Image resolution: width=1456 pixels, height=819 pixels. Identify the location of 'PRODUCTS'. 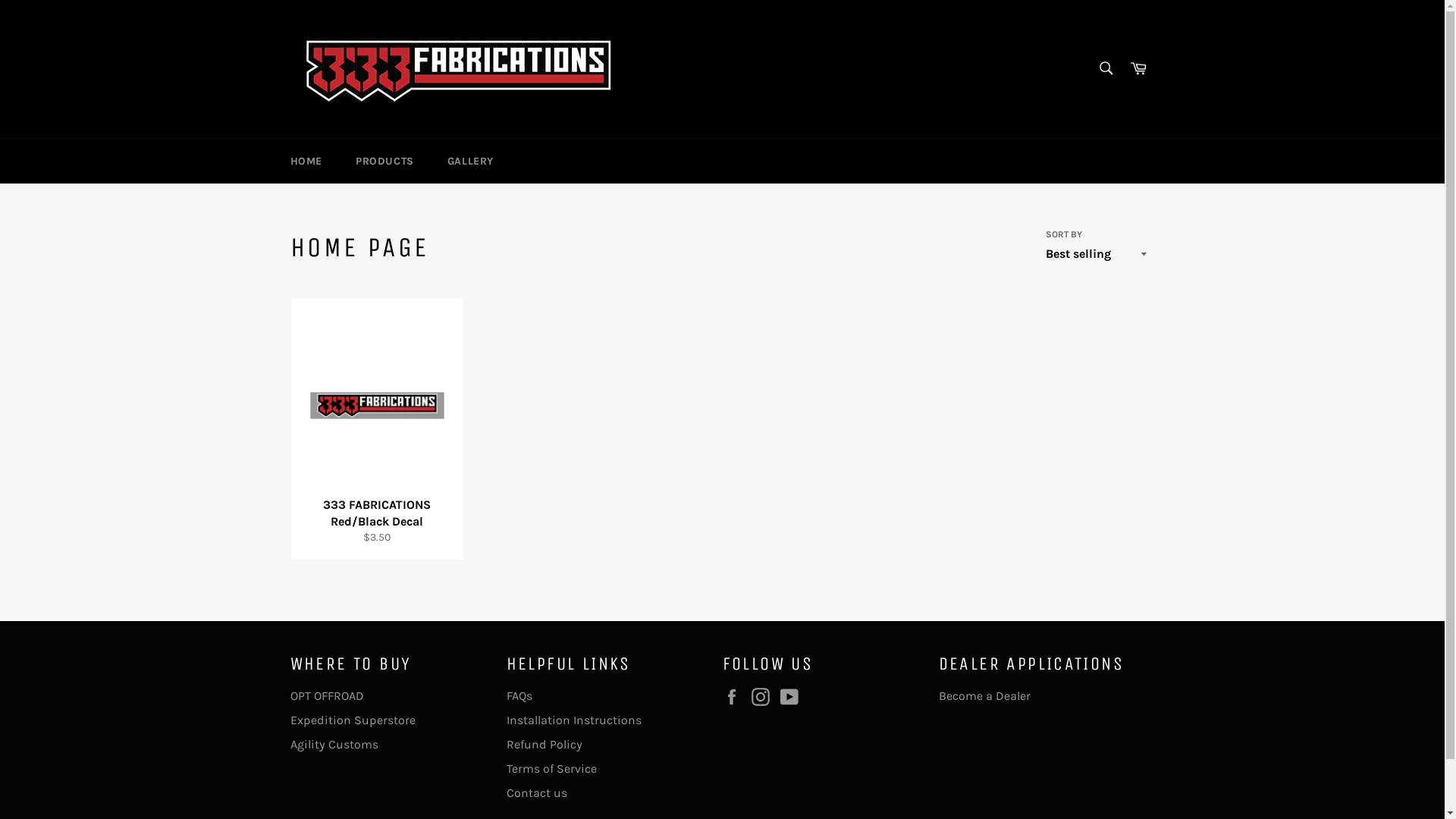
(384, 161).